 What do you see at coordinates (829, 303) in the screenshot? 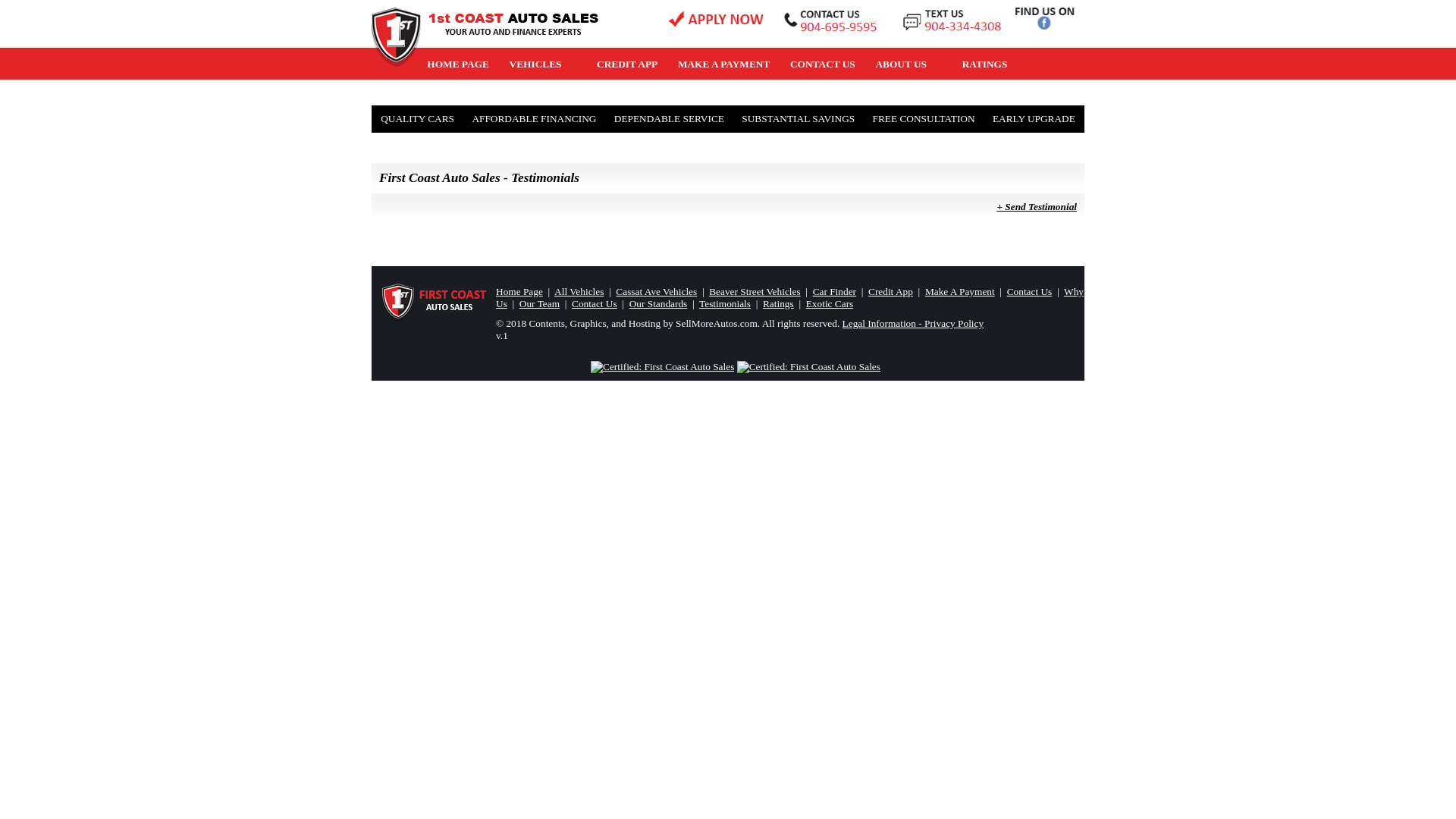
I see `'Exotic Cars'` at bounding box center [829, 303].